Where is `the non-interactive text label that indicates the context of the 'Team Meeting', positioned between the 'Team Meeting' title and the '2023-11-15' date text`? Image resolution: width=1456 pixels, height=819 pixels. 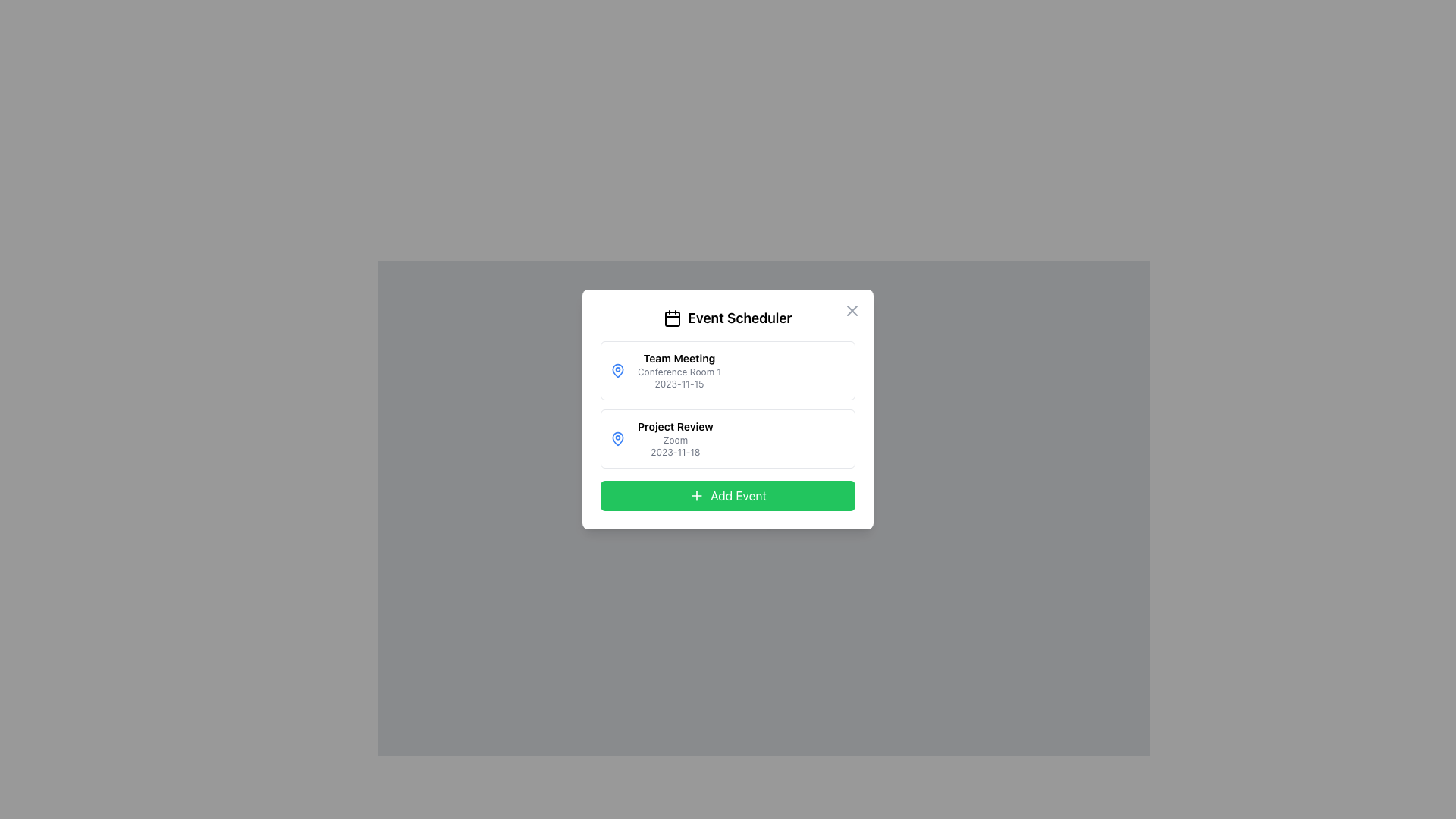
the non-interactive text label that indicates the context of the 'Team Meeting', positioned between the 'Team Meeting' title and the '2023-11-15' date text is located at coordinates (679, 372).